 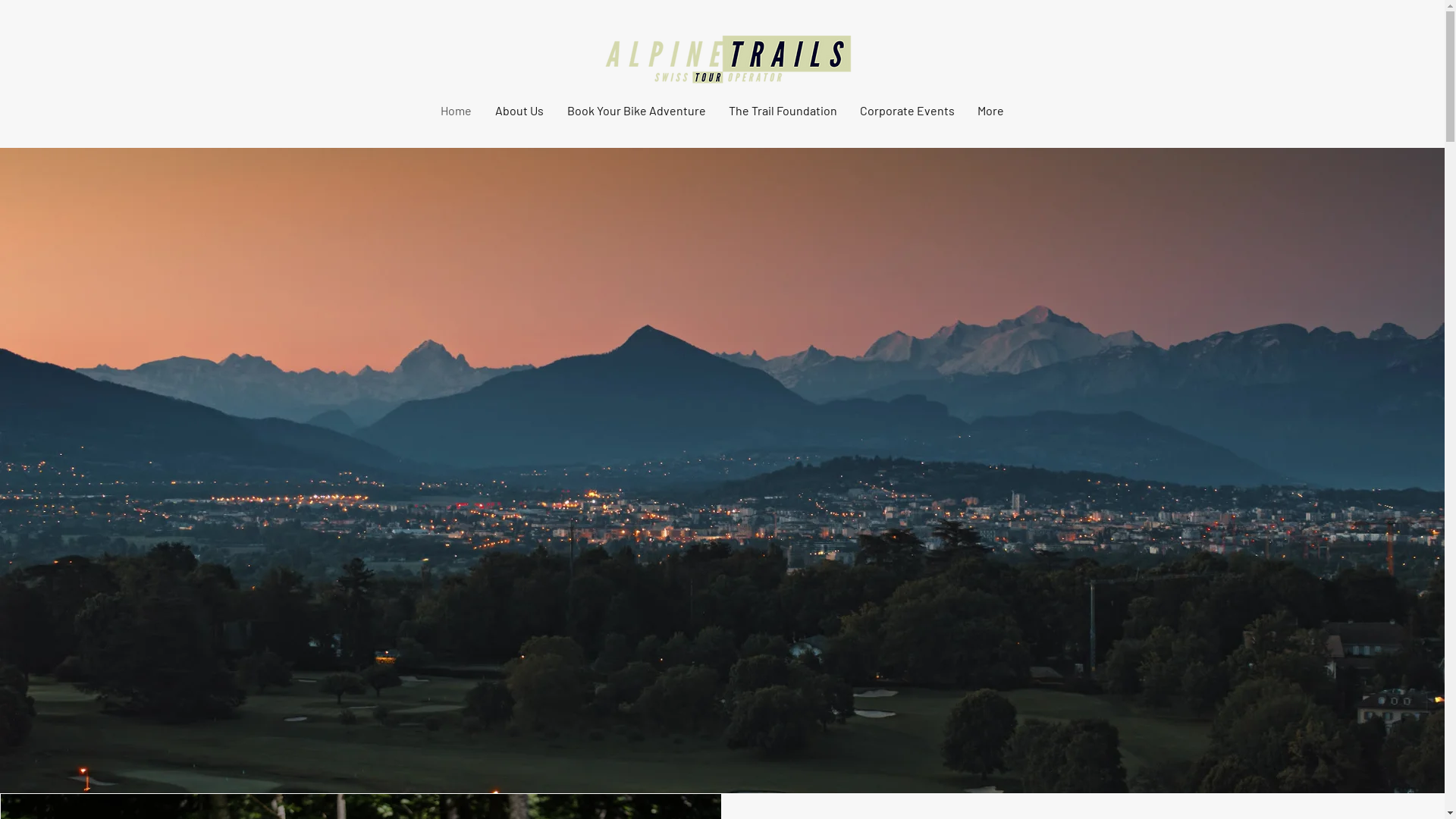 I want to click on 'Home', so click(x=455, y=110).